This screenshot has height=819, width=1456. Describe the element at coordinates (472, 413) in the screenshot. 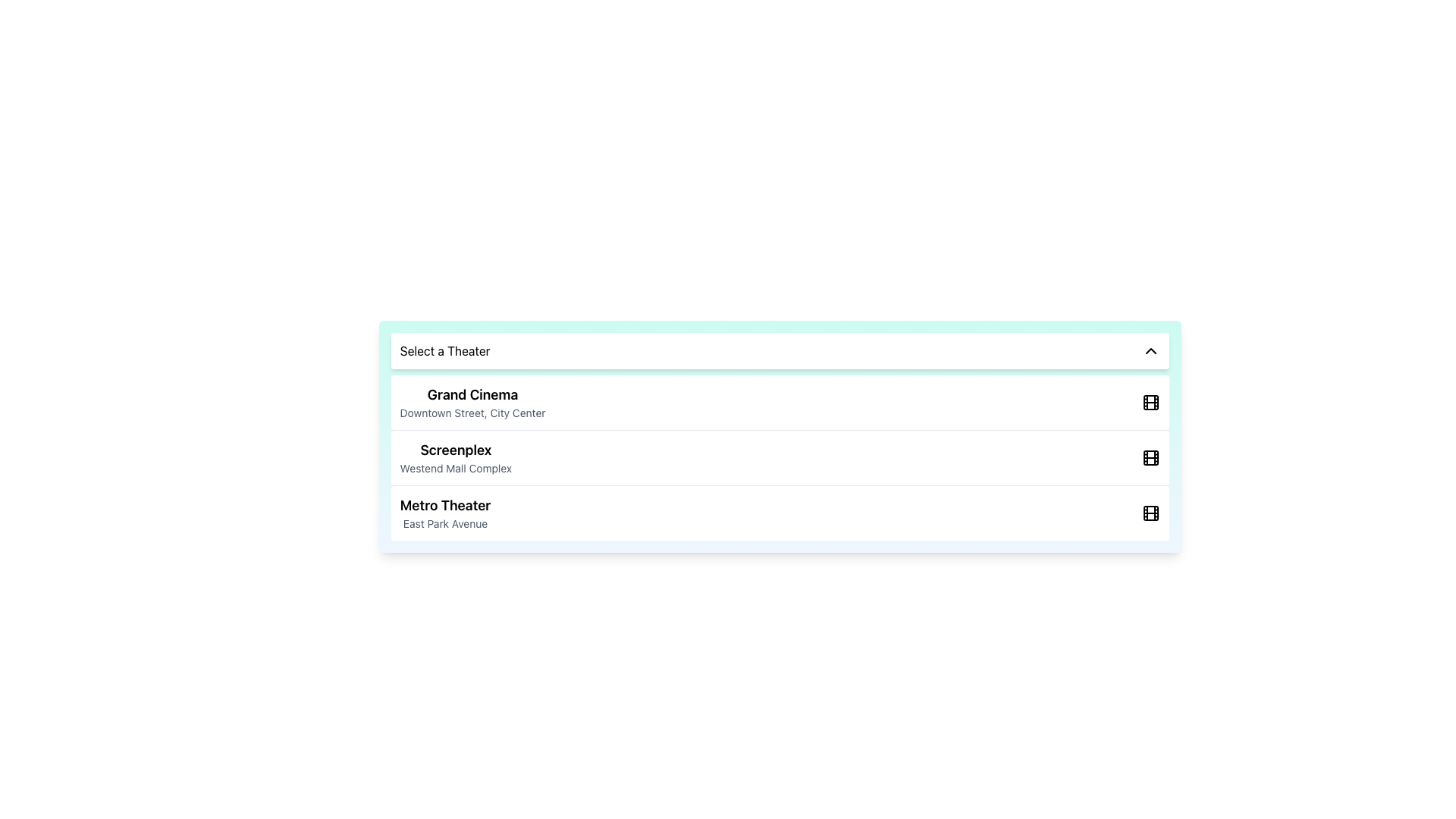

I see `the text label displaying 'Downtown Street, City Center' located beneath 'Grand Cinema' in the dropdown menu for selecting a theater` at that location.